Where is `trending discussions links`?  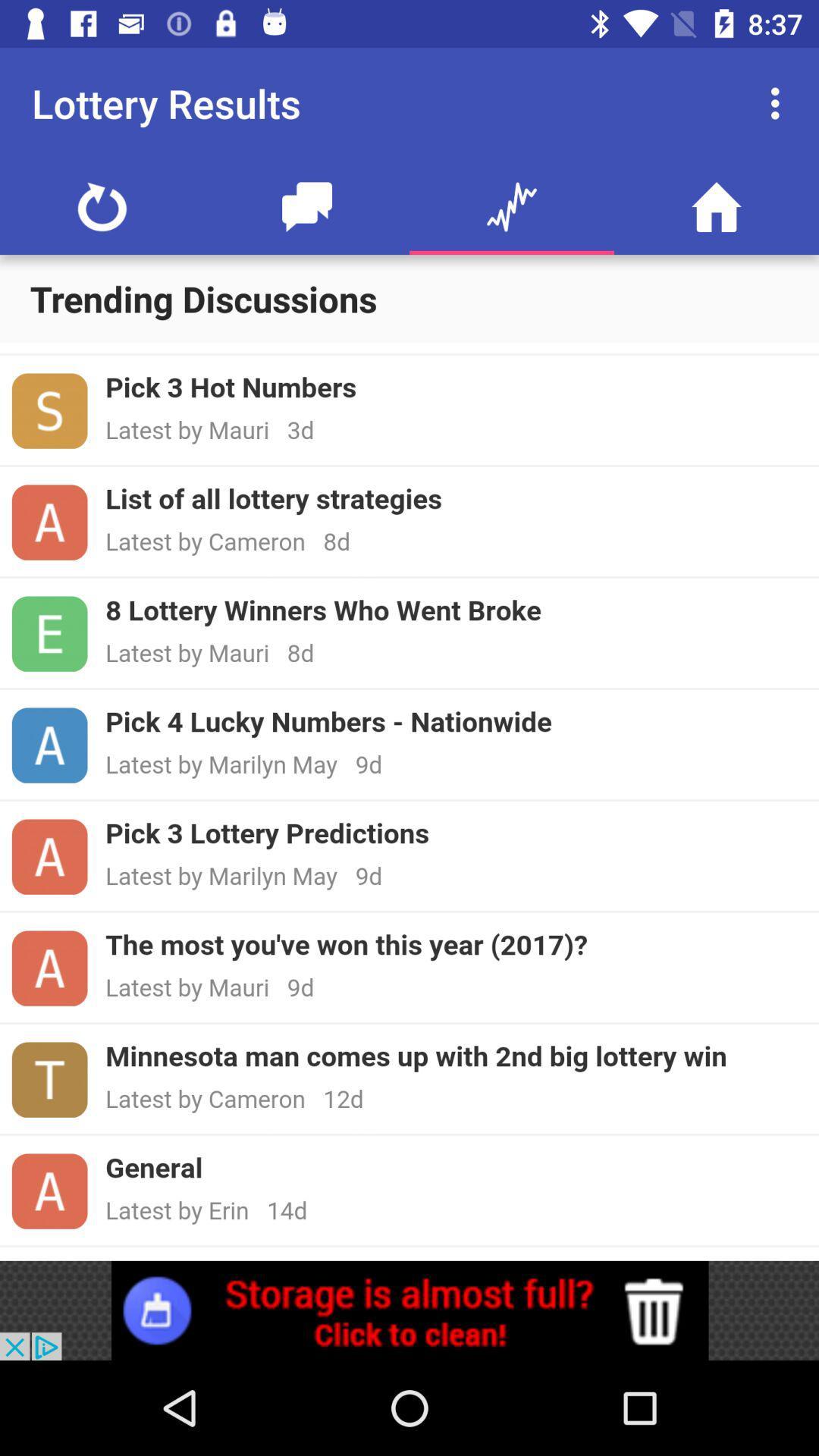 trending discussions links is located at coordinates (409, 801).